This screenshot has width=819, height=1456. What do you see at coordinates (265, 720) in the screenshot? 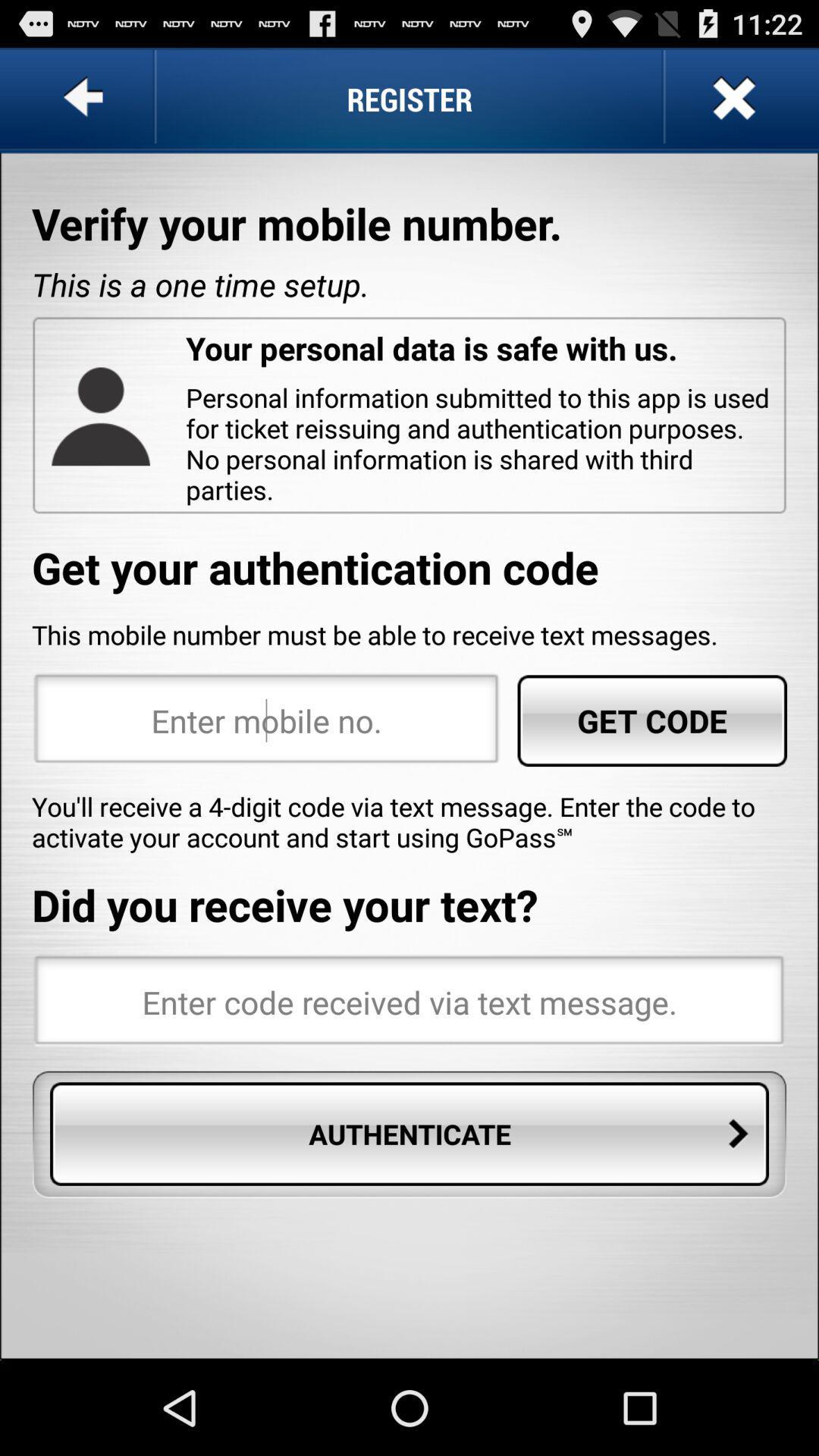
I see `mobile number` at bounding box center [265, 720].